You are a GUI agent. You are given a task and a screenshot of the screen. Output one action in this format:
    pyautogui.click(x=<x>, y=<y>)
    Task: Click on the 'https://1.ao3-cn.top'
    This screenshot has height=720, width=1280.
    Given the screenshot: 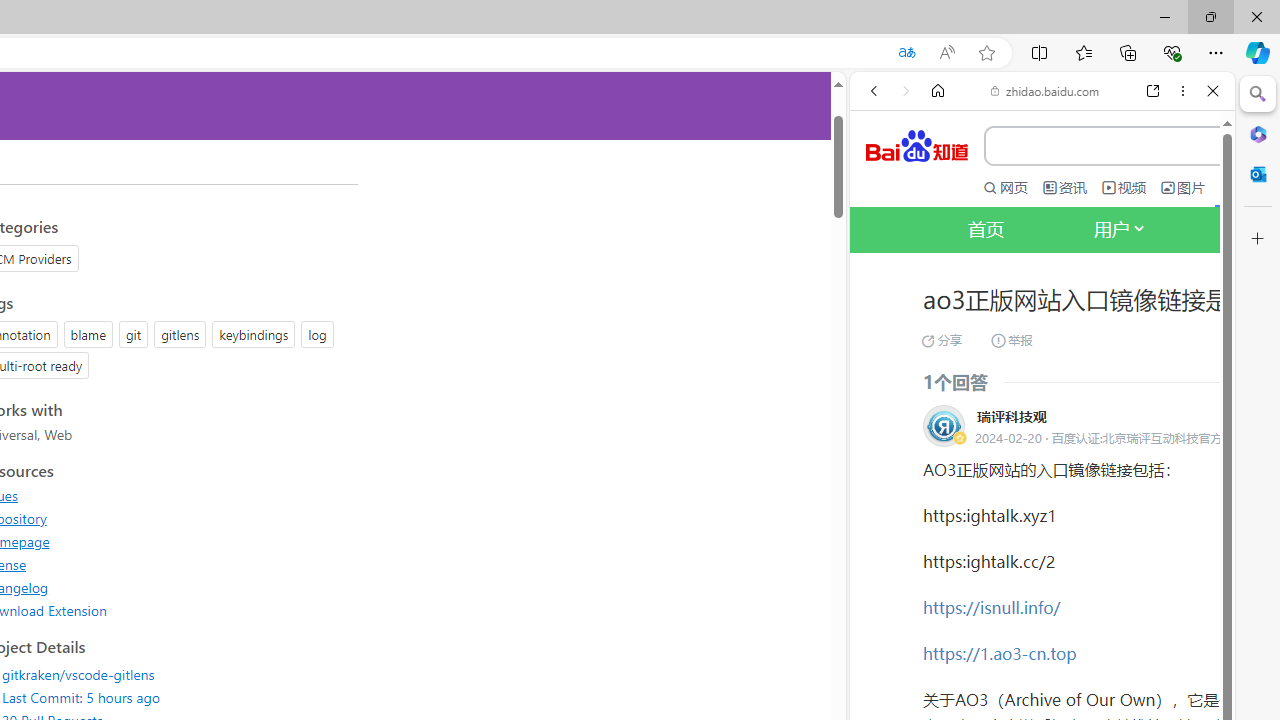 What is the action you would take?
    pyautogui.click(x=999, y=653)
    